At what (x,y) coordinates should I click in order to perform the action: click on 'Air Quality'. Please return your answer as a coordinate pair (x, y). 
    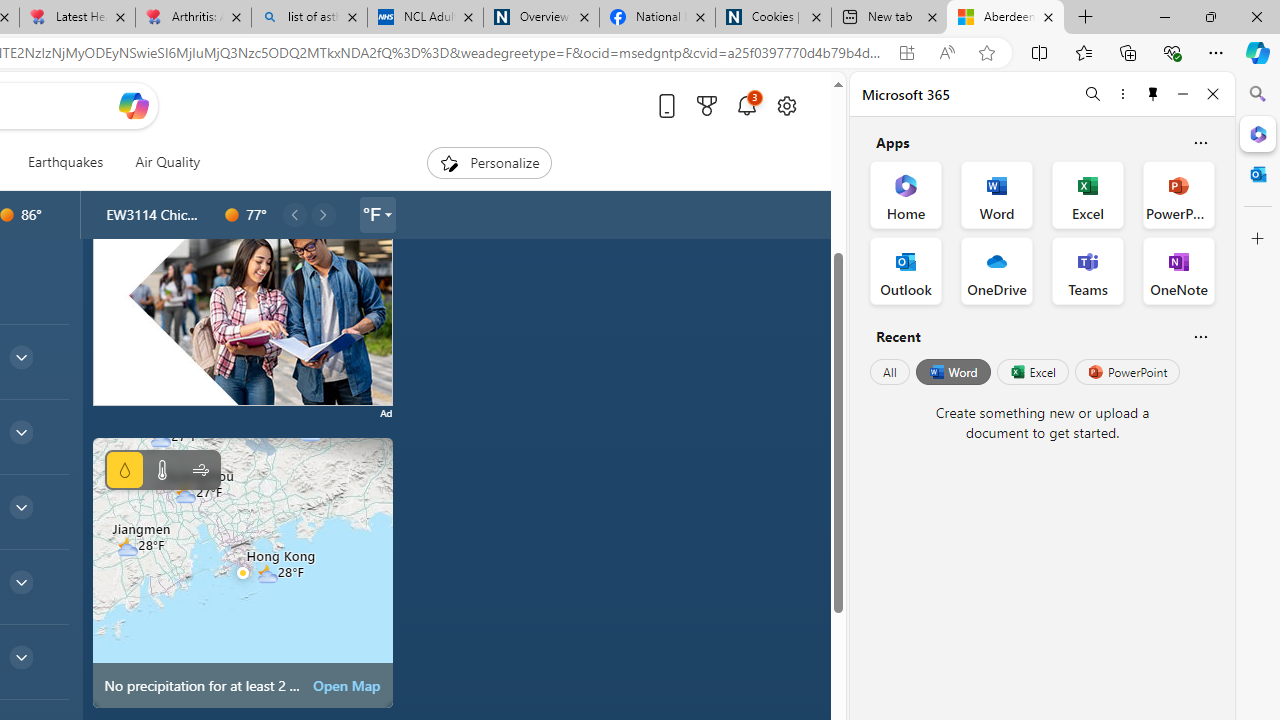
    Looking at the image, I should click on (167, 162).